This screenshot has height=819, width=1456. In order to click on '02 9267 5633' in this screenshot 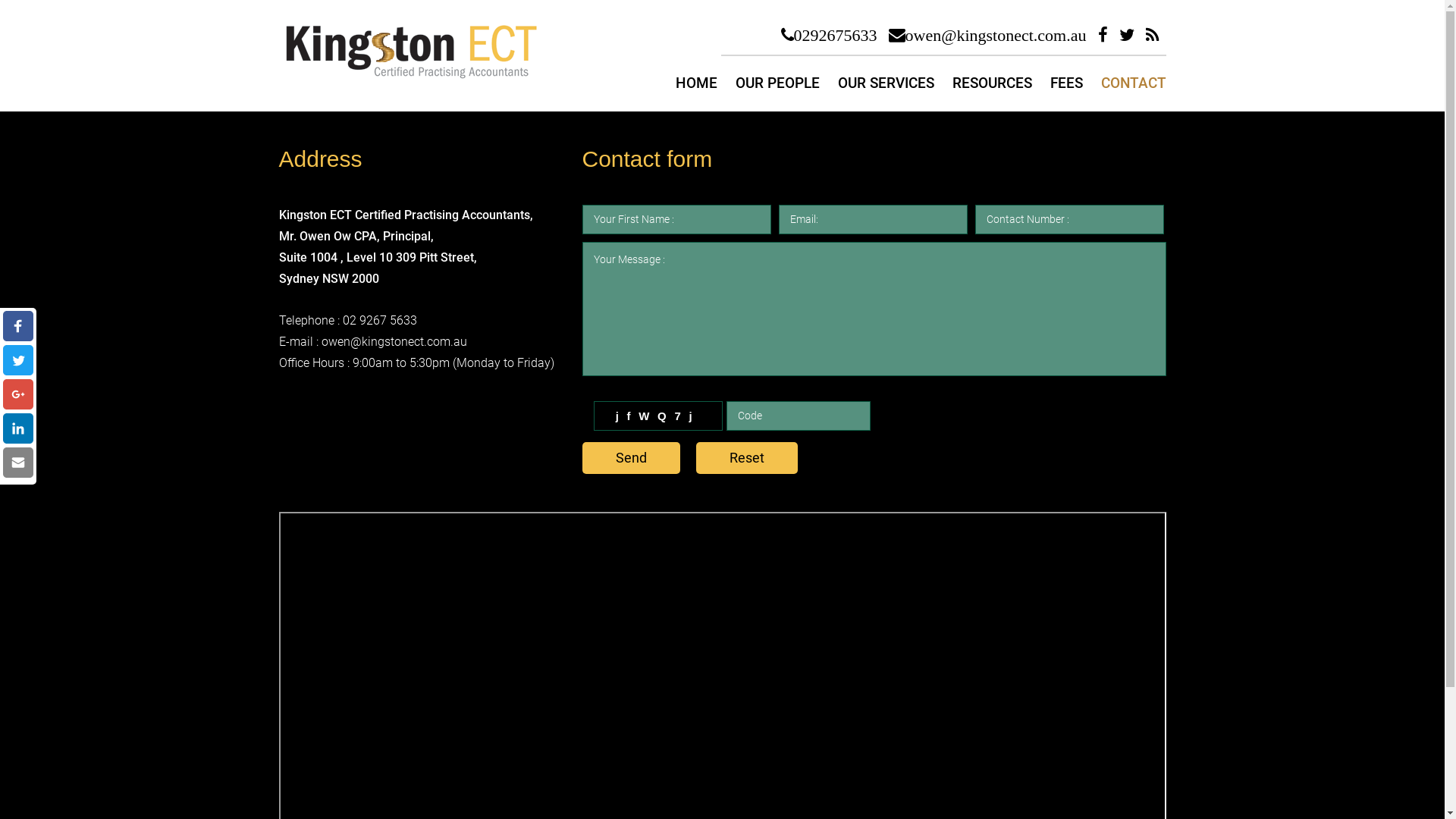, I will do `click(379, 319)`.